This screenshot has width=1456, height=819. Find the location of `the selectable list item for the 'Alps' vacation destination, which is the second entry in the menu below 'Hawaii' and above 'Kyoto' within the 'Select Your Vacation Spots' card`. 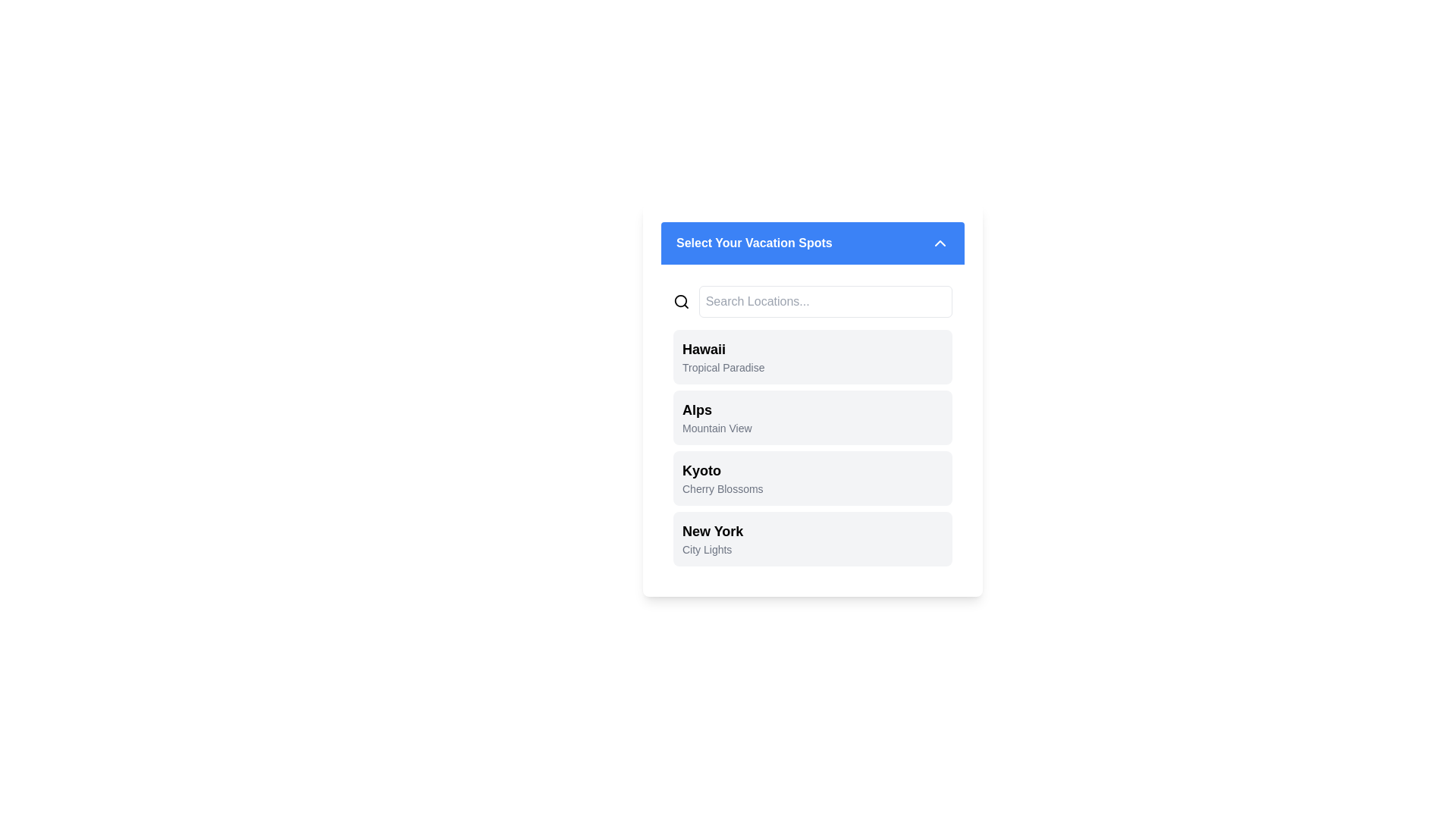

the selectable list item for the 'Alps' vacation destination, which is the second entry in the menu below 'Hawaii' and above 'Kyoto' within the 'Select Your Vacation Spots' card is located at coordinates (811, 421).